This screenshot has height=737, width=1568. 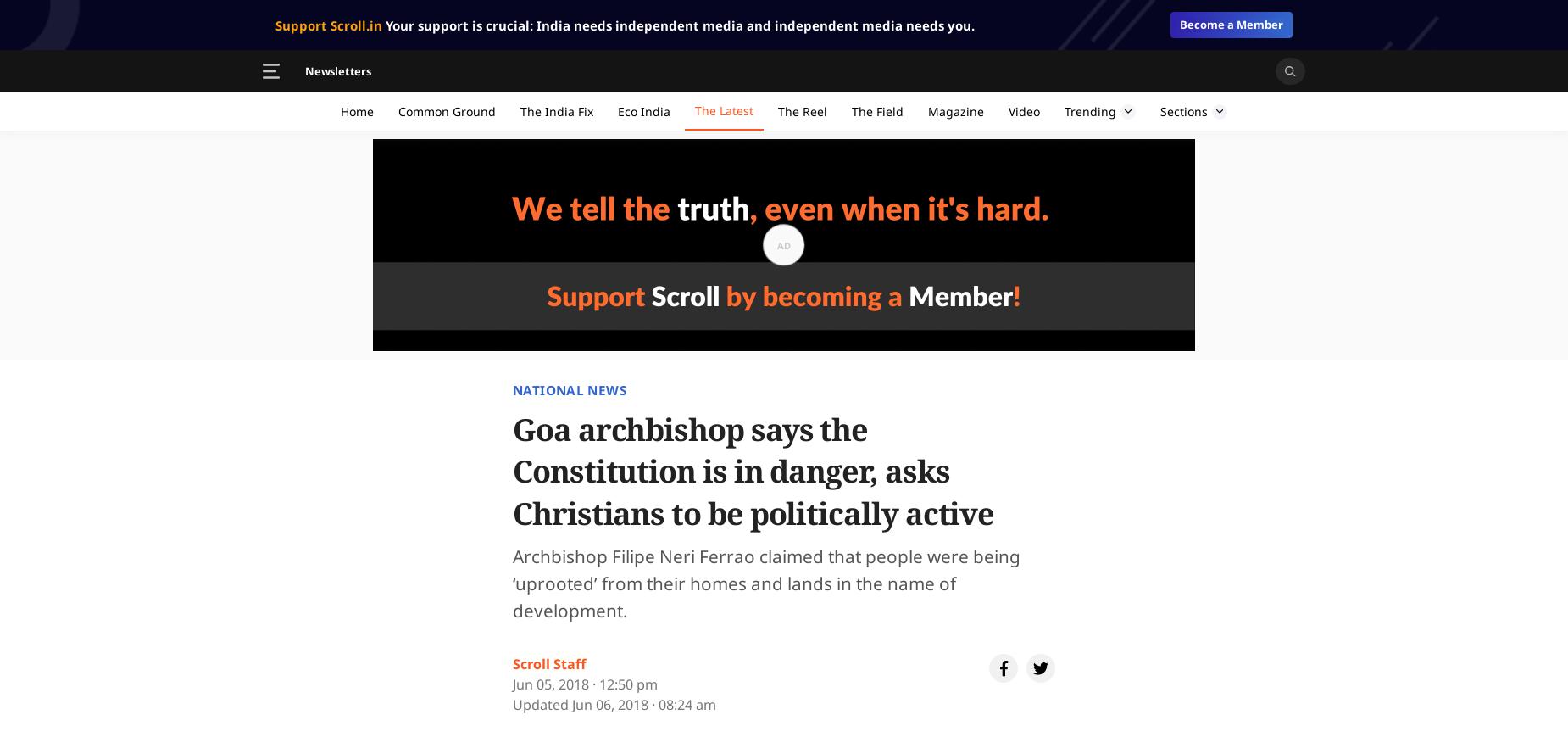 I want to click on 'Eco India', so click(x=643, y=110).